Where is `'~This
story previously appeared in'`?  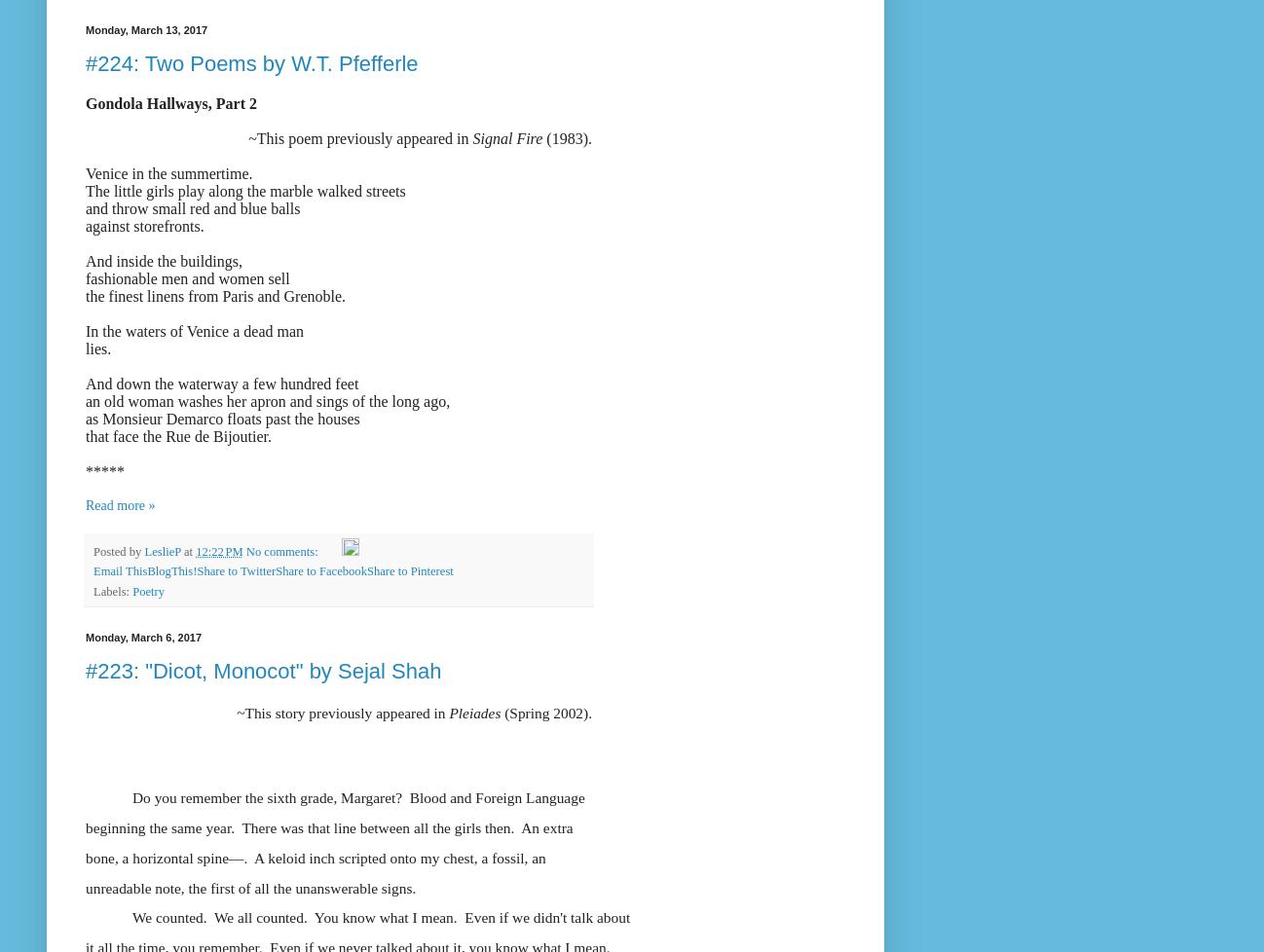
'~This
story previously appeared in' is located at coordinates (343, 713).